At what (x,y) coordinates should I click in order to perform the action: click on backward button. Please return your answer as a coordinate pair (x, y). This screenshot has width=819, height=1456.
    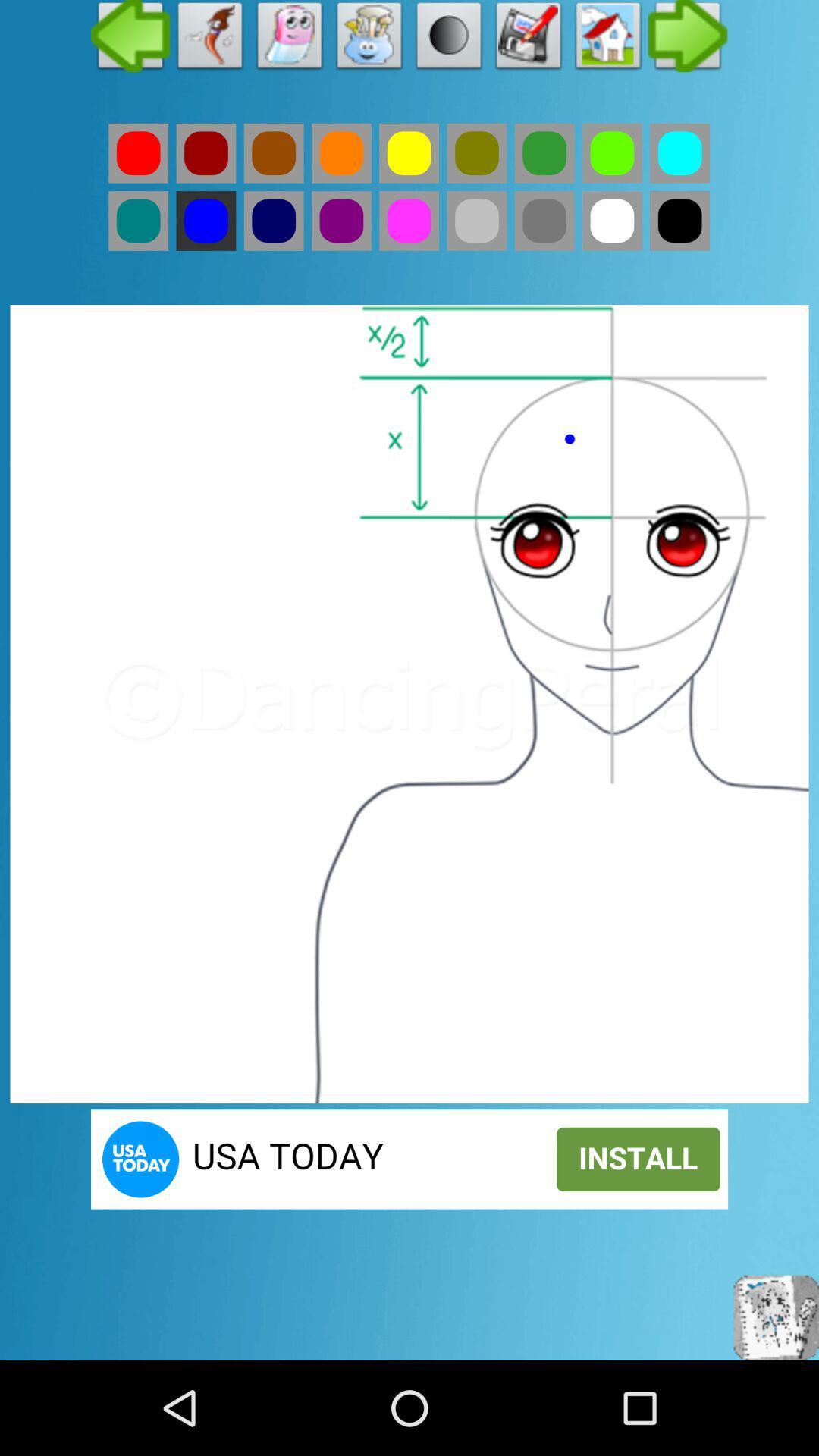
    Looking at the image, I should click on (130, 39).